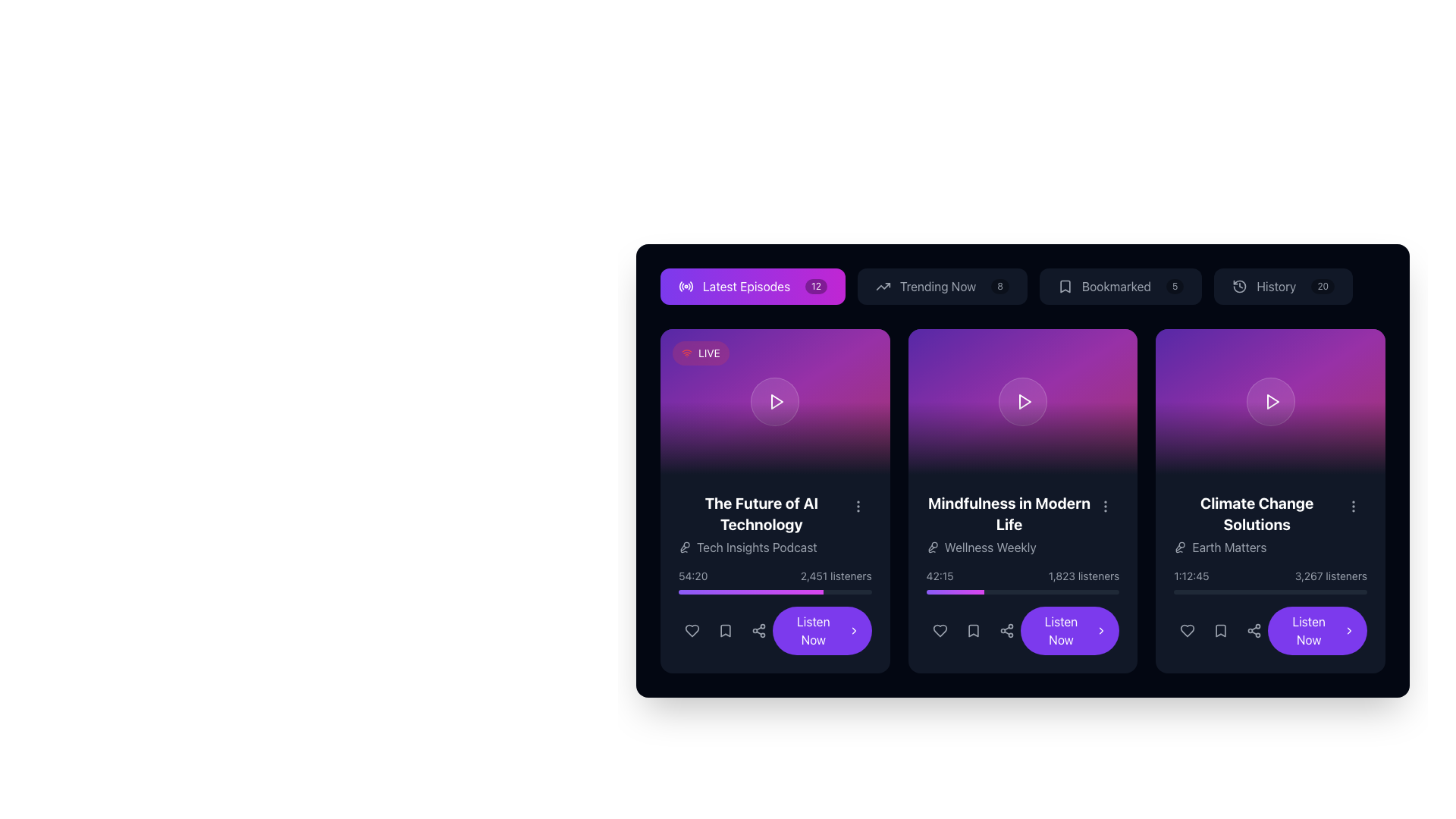 This screenshot has height=819, width=1456. I want to click on the interactive button located in the top-right corner of the 'Mindfulness in Modern Life' section, so click(1106, 506).